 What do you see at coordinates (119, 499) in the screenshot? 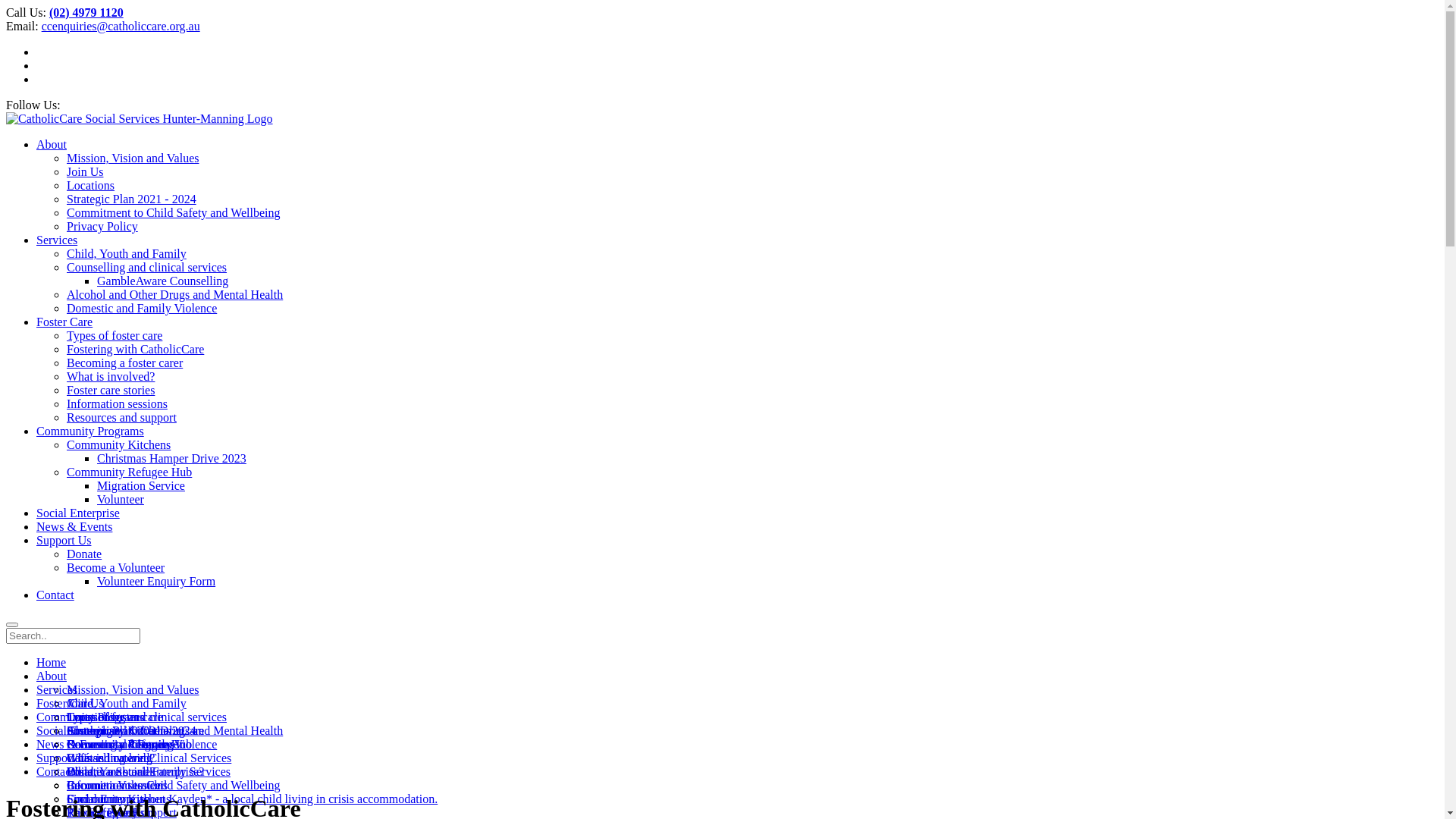
I see `'Volunteer'` at bounding box center [119, 499].